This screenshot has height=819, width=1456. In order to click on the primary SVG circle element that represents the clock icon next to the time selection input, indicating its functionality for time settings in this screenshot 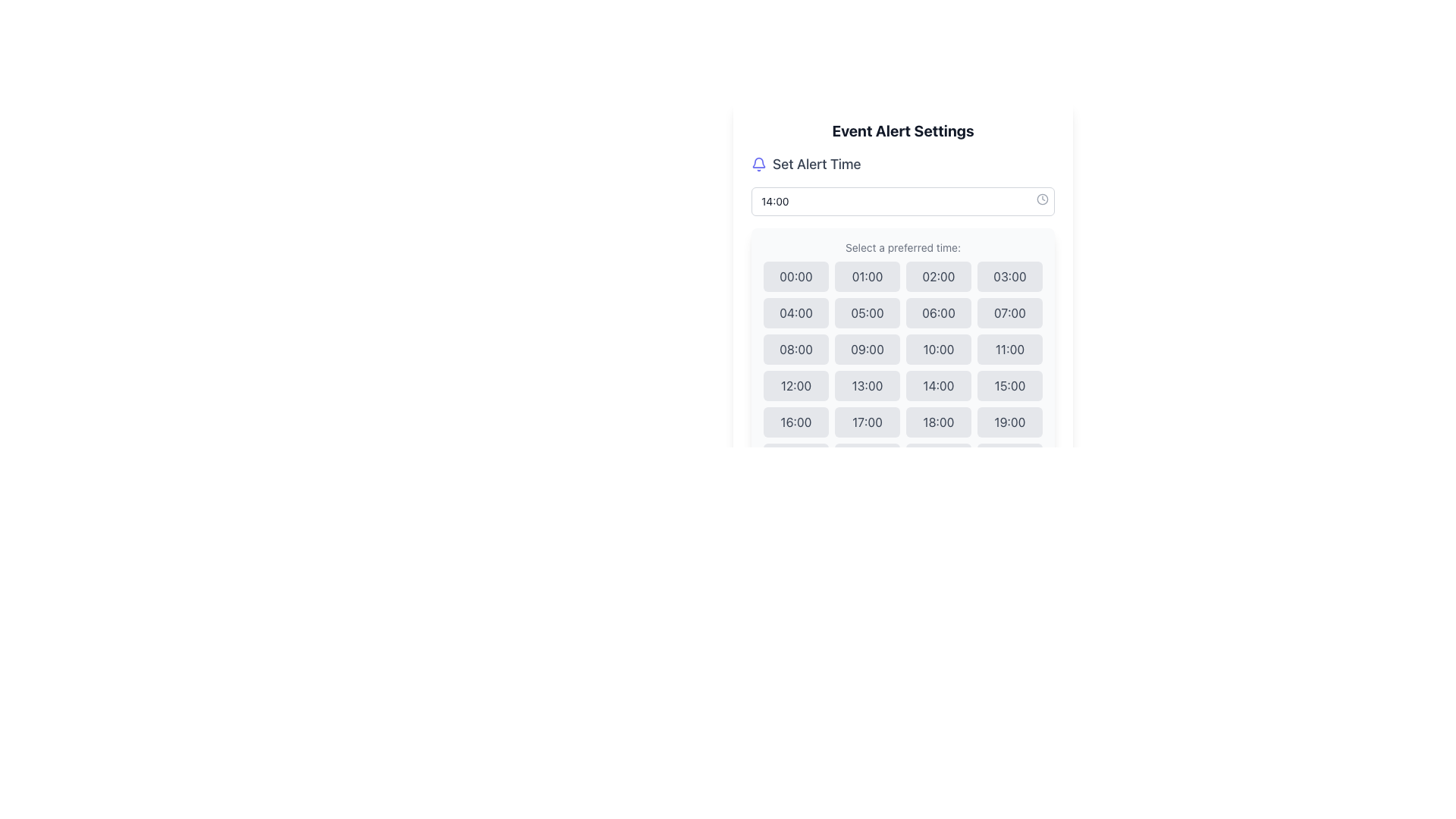, I will do `click(1041, 198)`.